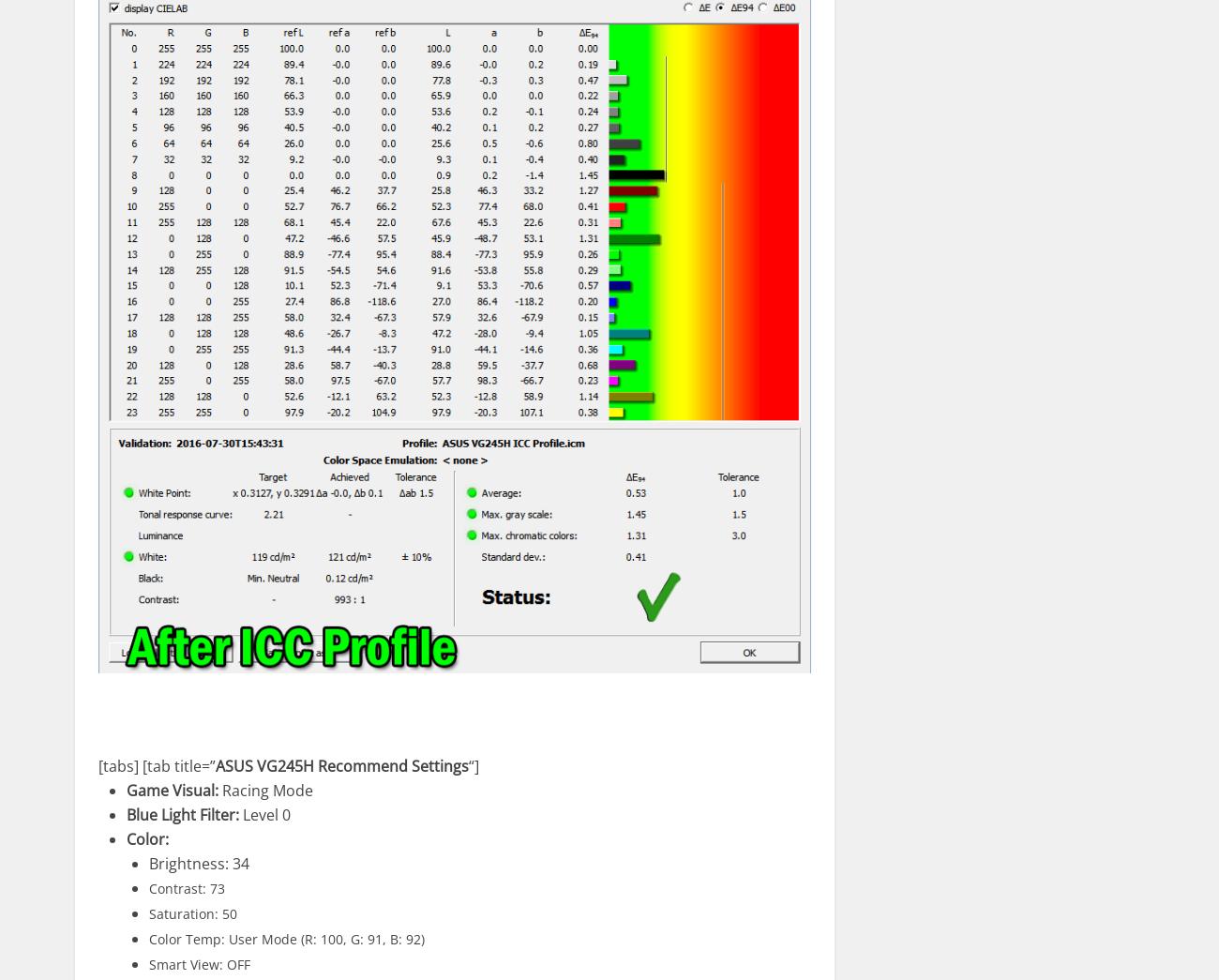 Image resolution: width=1219 pixels, height=980 pixels. I want to click on 'Color Temp: User Mode (R: 100, G: 91, B: 92)', so click(287, 939).